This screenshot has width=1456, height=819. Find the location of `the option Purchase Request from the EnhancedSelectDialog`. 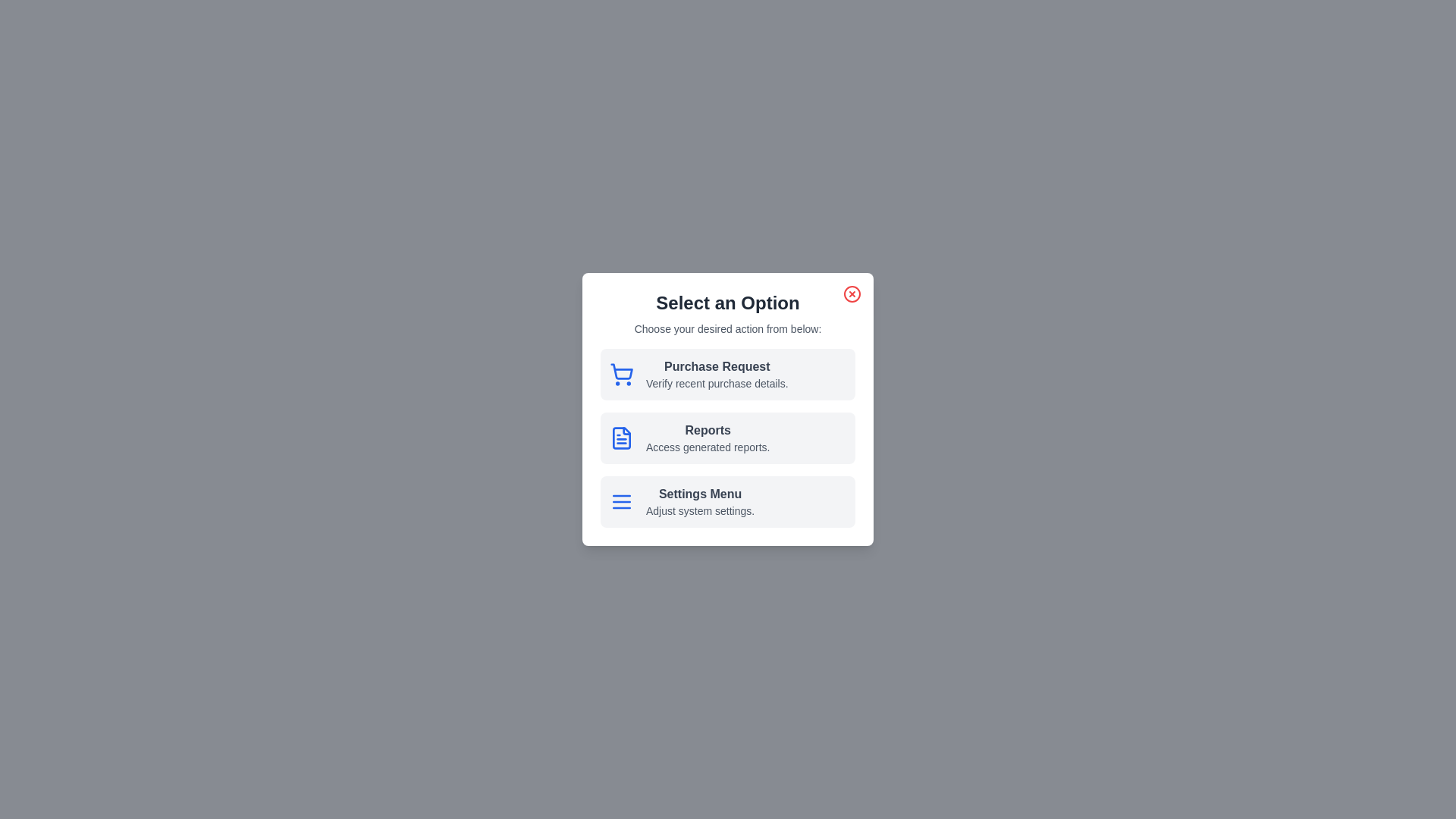

the option Purchase Request from the EnhancedSelectDialog is located at coordinates (728, 374).